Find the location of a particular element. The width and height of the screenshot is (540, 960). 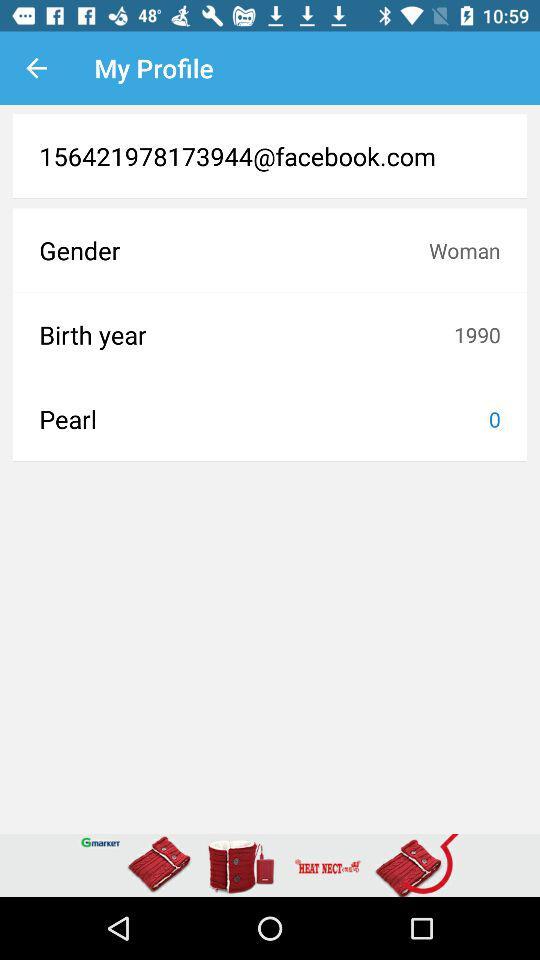

156421978173944@facebook.com item is located at coordinates (270, 155).